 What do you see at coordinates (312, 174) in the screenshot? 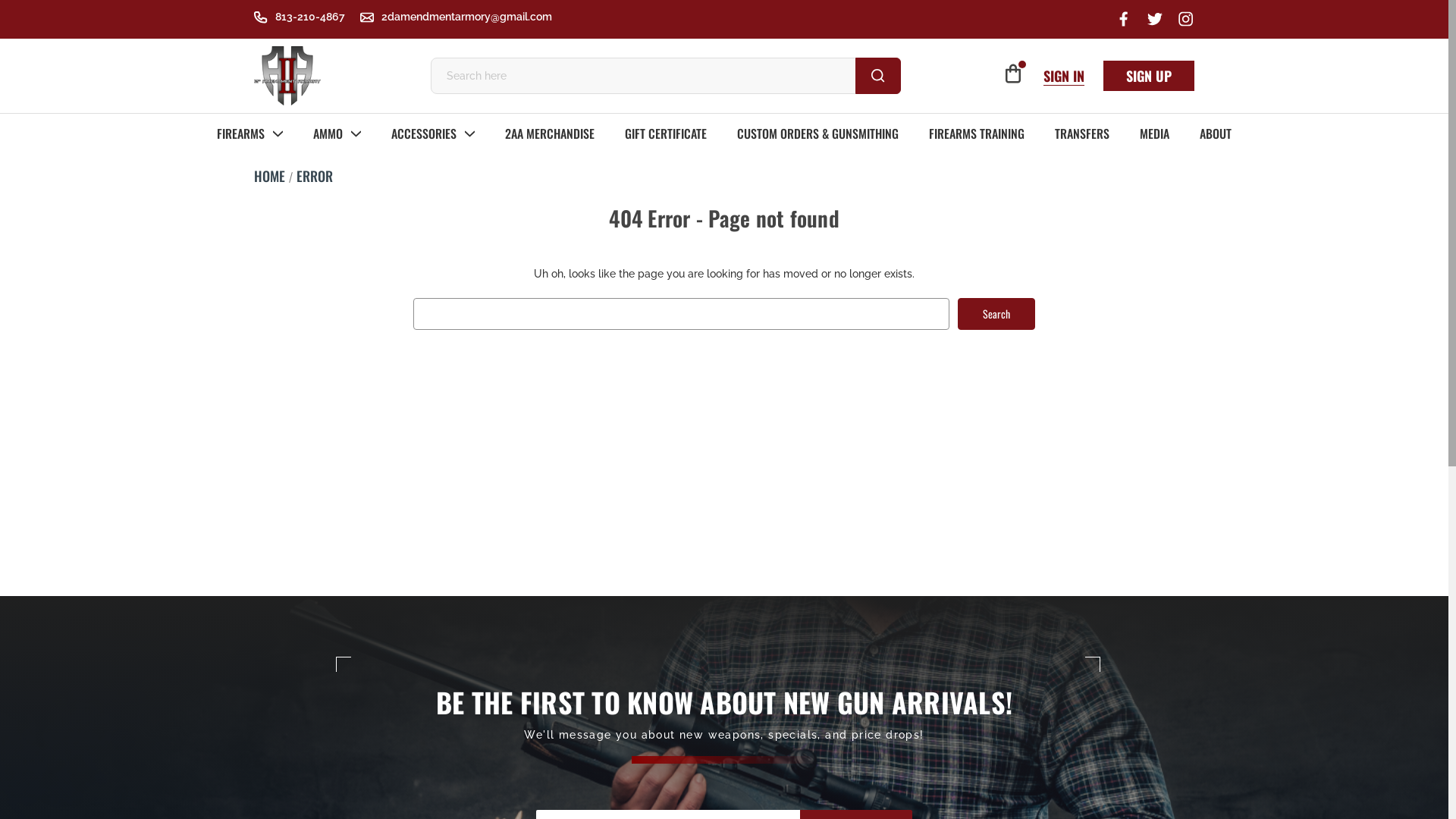
I see `'ERROR'` at bounding box center [312, 174].